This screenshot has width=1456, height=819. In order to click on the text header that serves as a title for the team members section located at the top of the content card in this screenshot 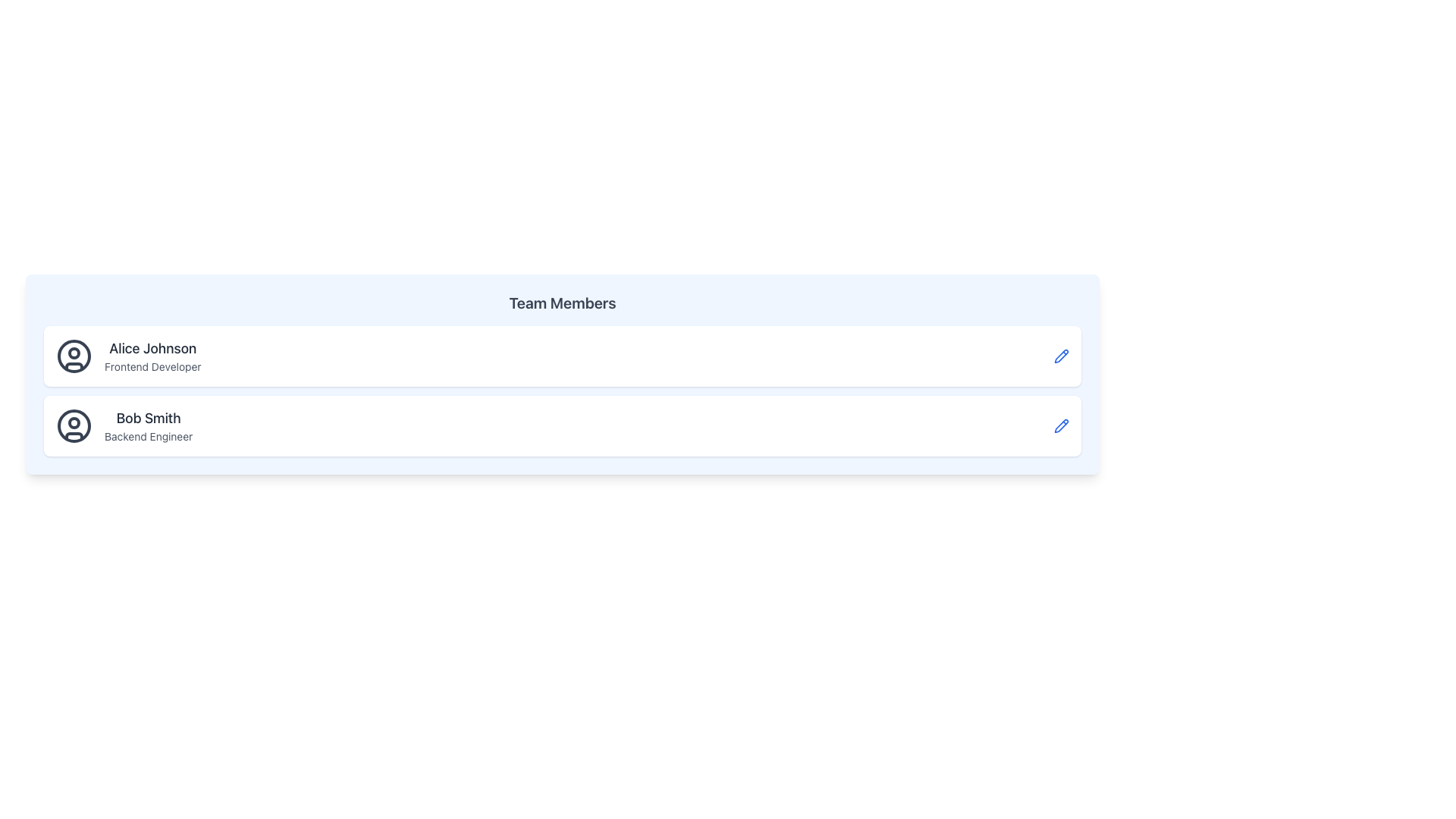, I will do `click(562, 303)`.